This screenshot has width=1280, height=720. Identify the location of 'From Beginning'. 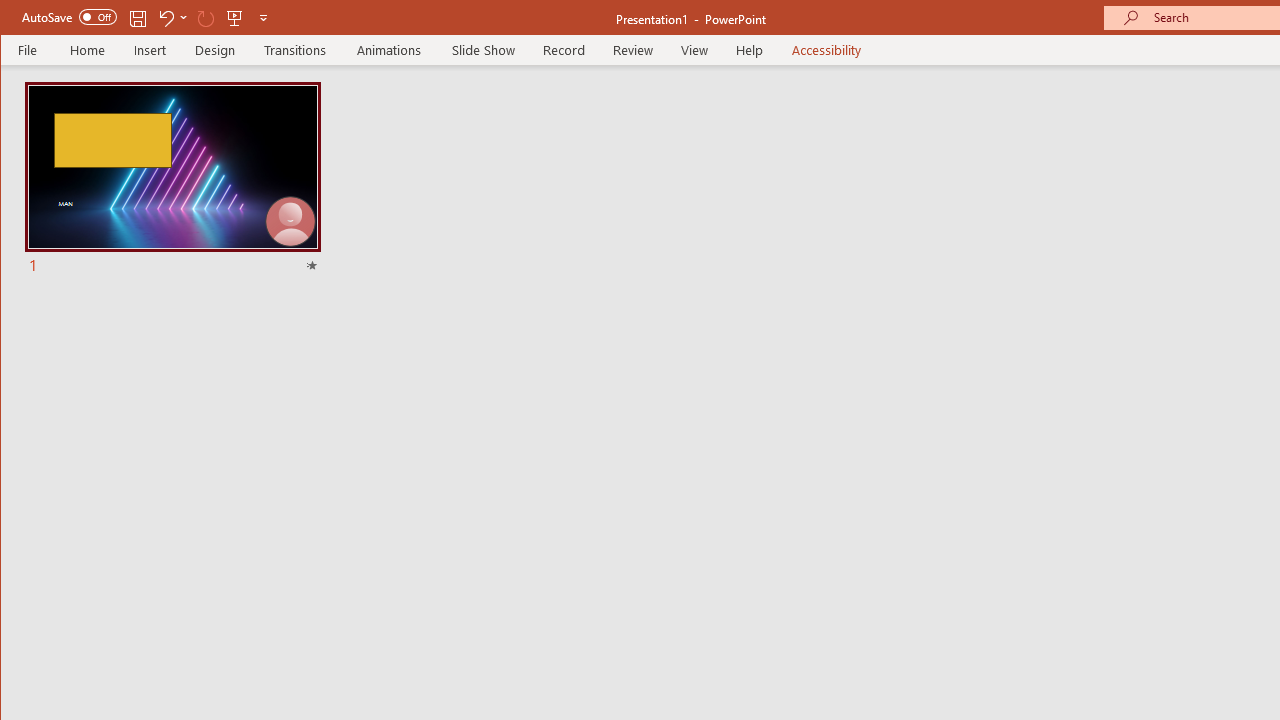
(235, 17).